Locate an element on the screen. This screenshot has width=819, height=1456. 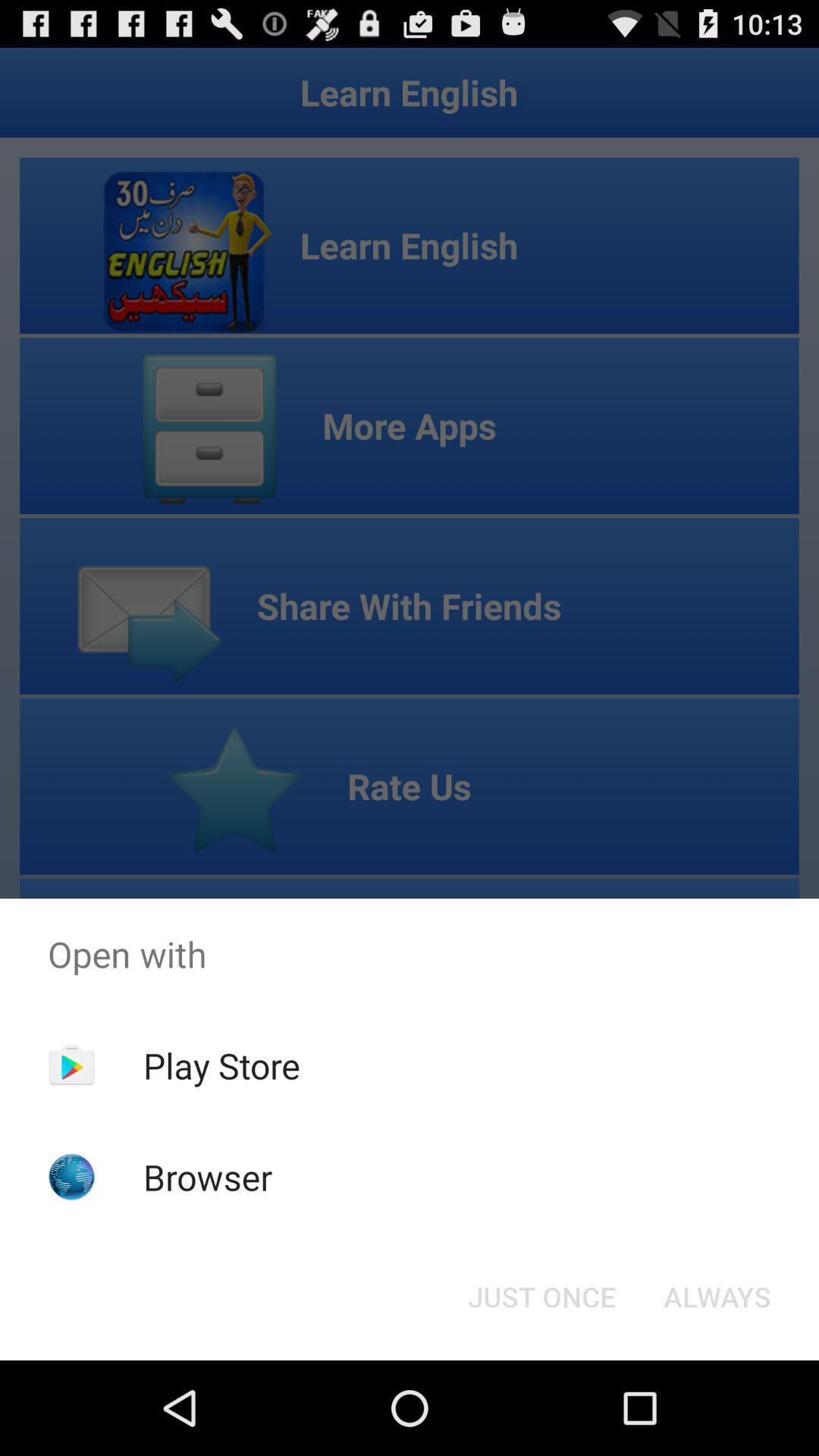
the play store is located at coordinates (221, 1065).